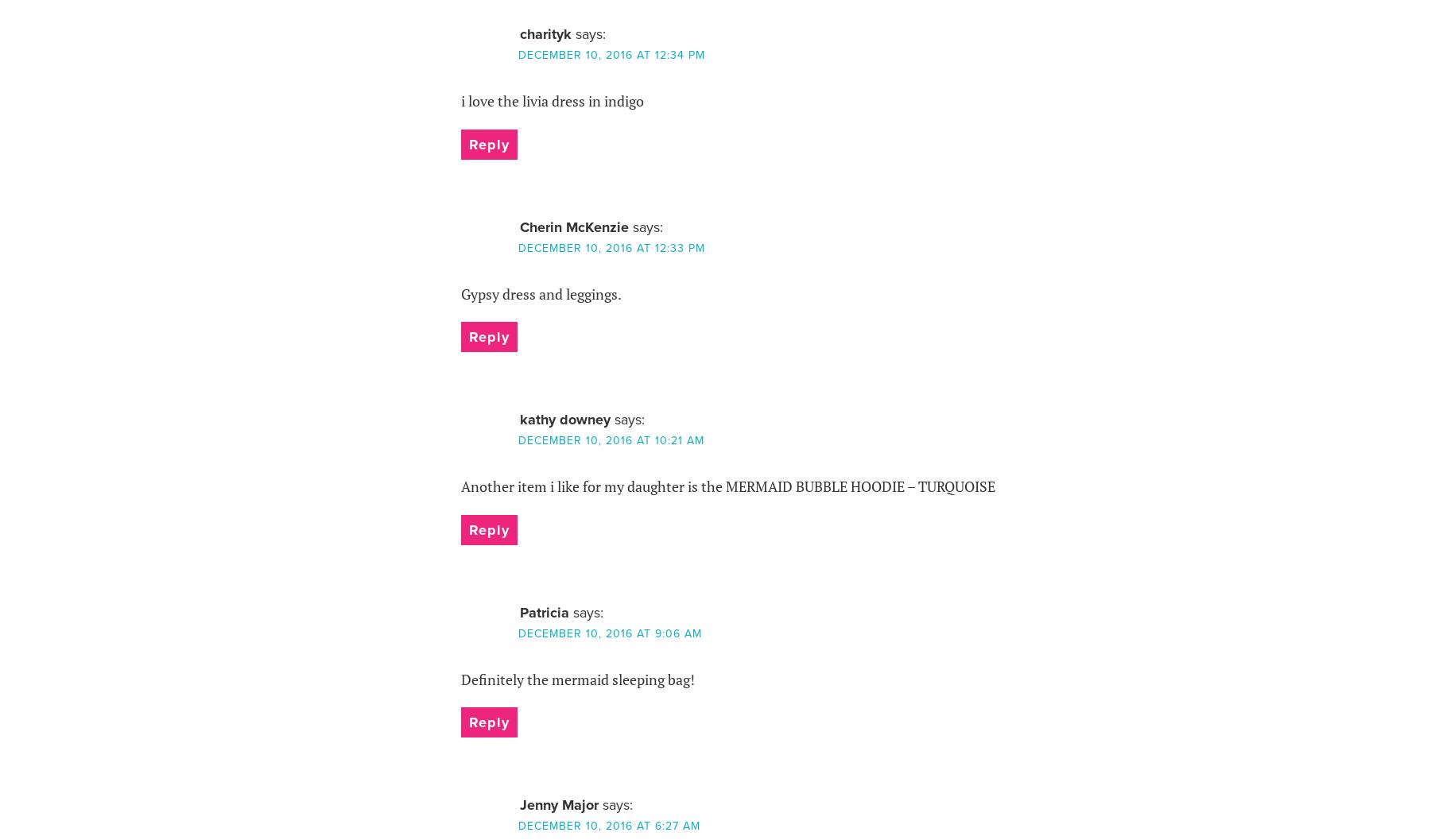 Image resolution: width=1431 pixels, height=840 pixels. Describe the element at coordinates (557, 804) in the screenshot. I see `'Jenny Major'` at that location.